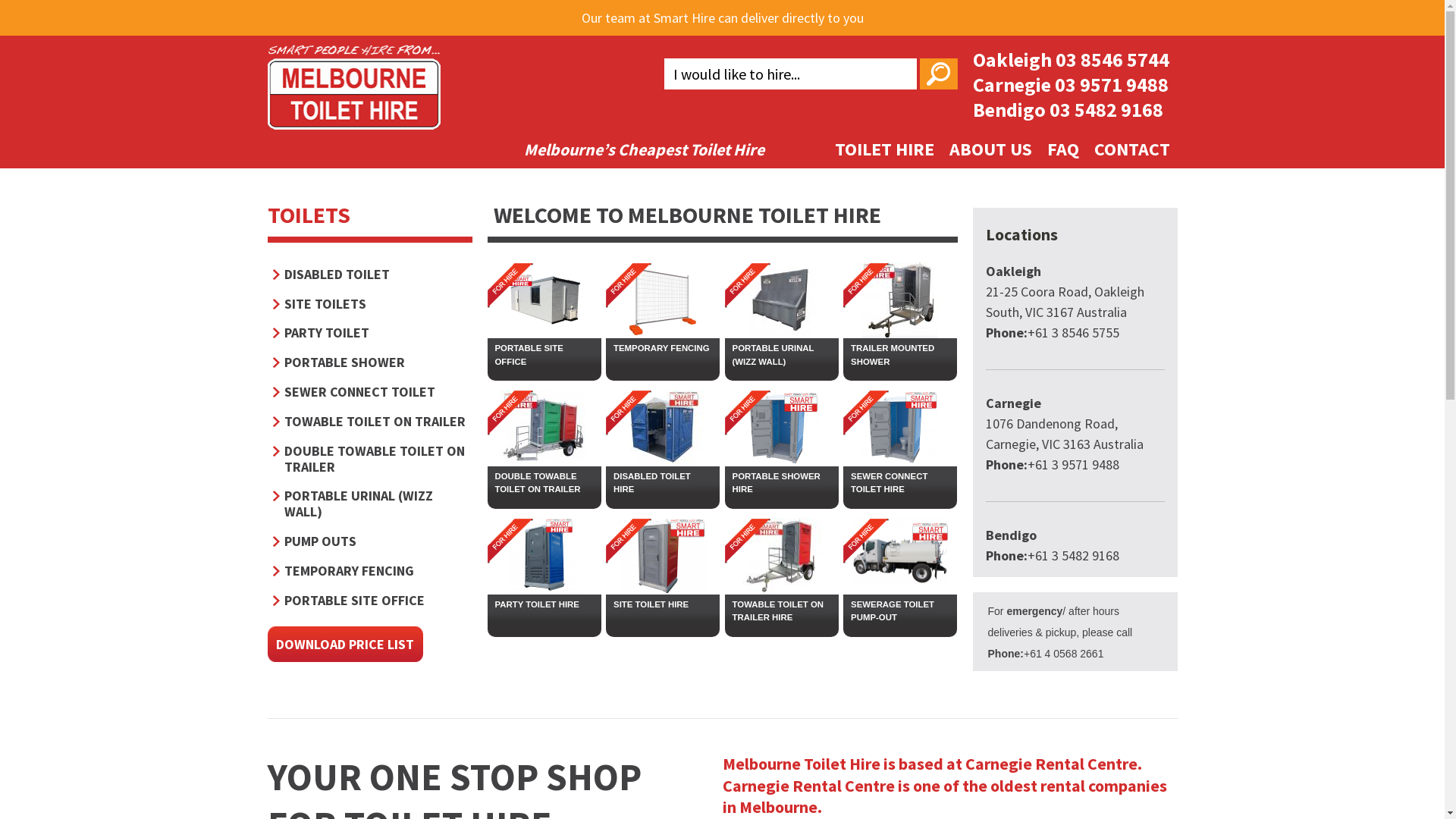 This screenshot has height=819, width=1456. Describe the element at coordinates (273, 391) in the screenshot. I see `'SEWER CONNECT TOILET'` at that location.